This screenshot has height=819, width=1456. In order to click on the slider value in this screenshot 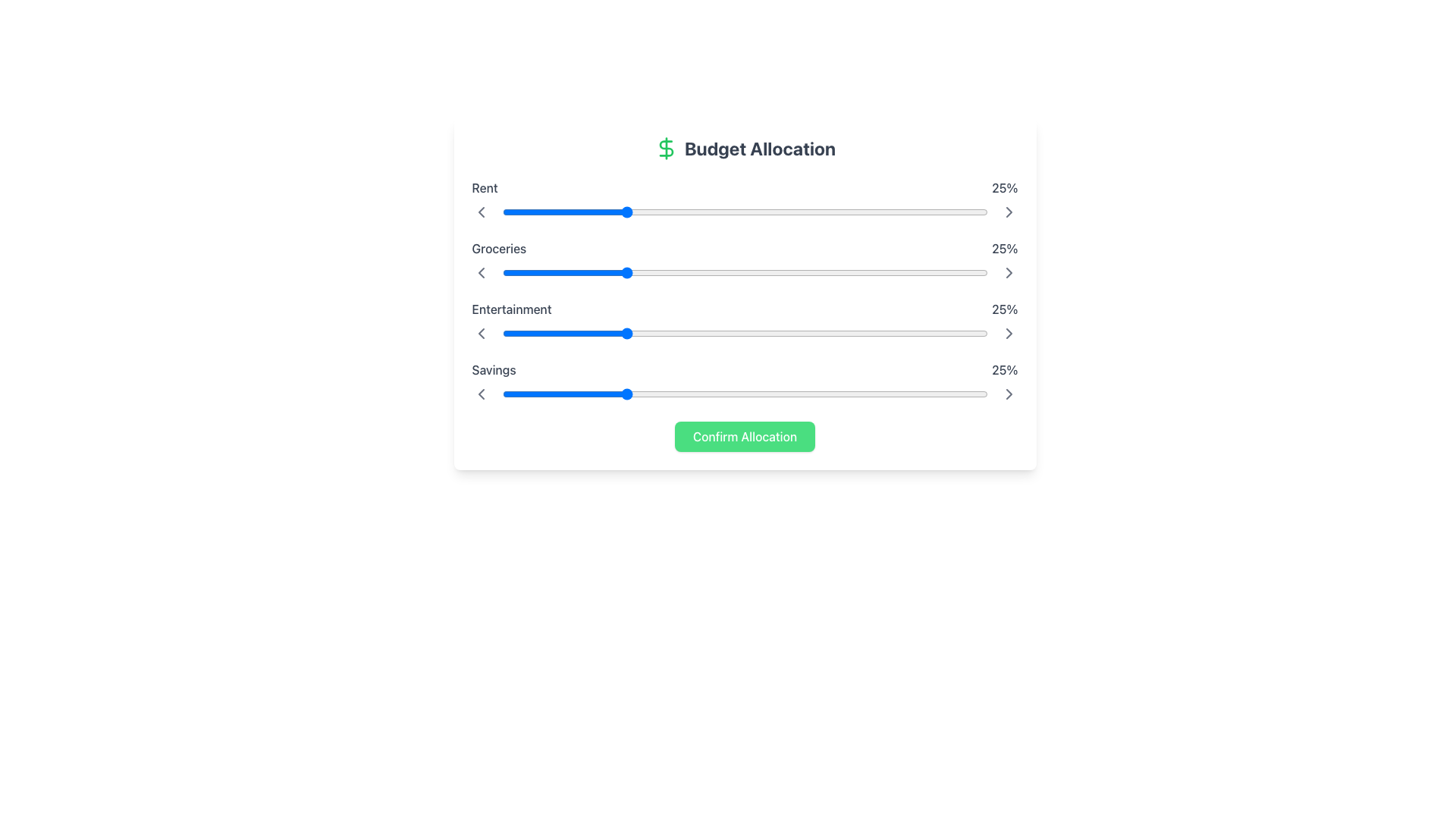, I will do `click(613, 271)`.